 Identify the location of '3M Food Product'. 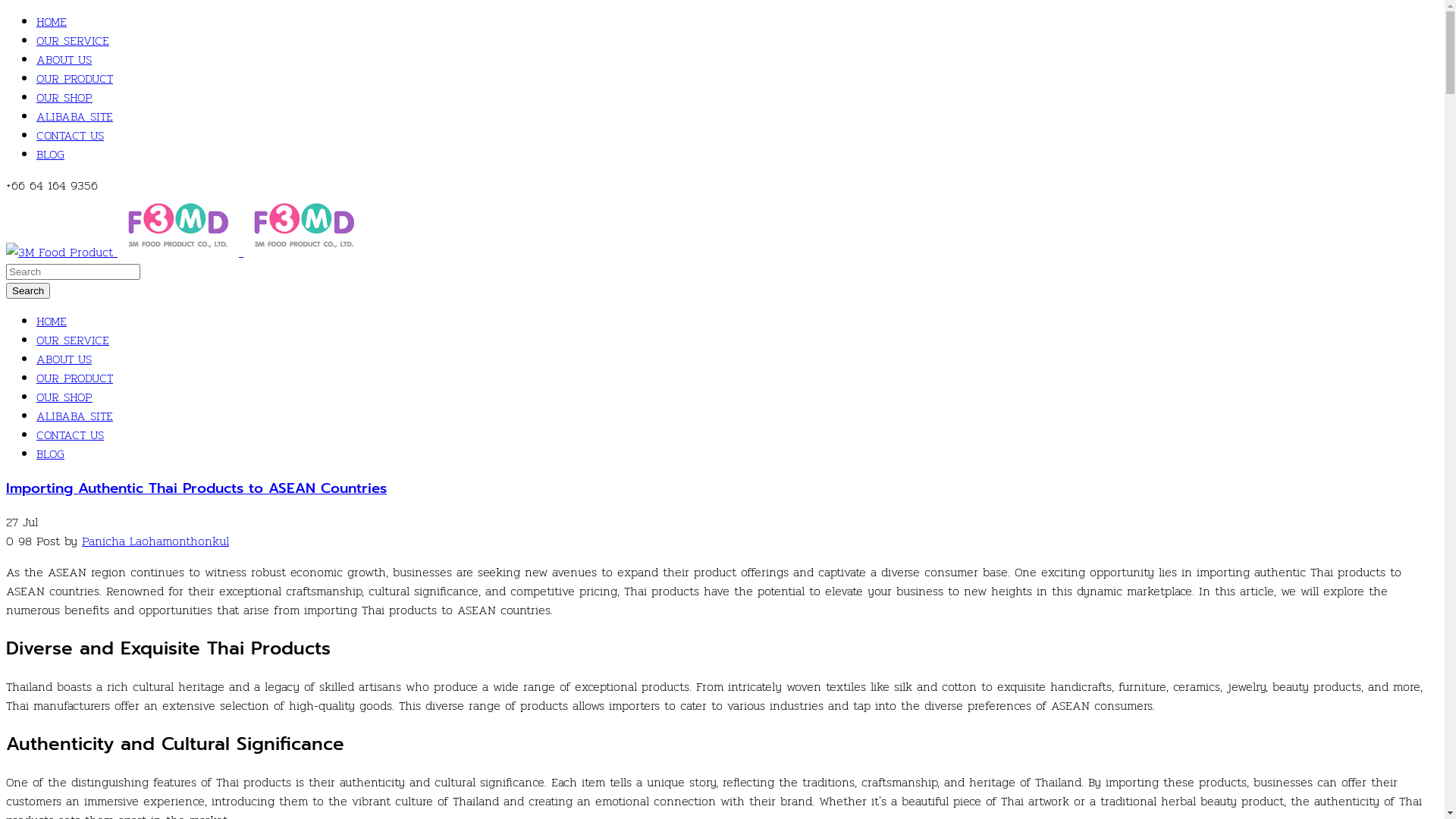
(59, 251).